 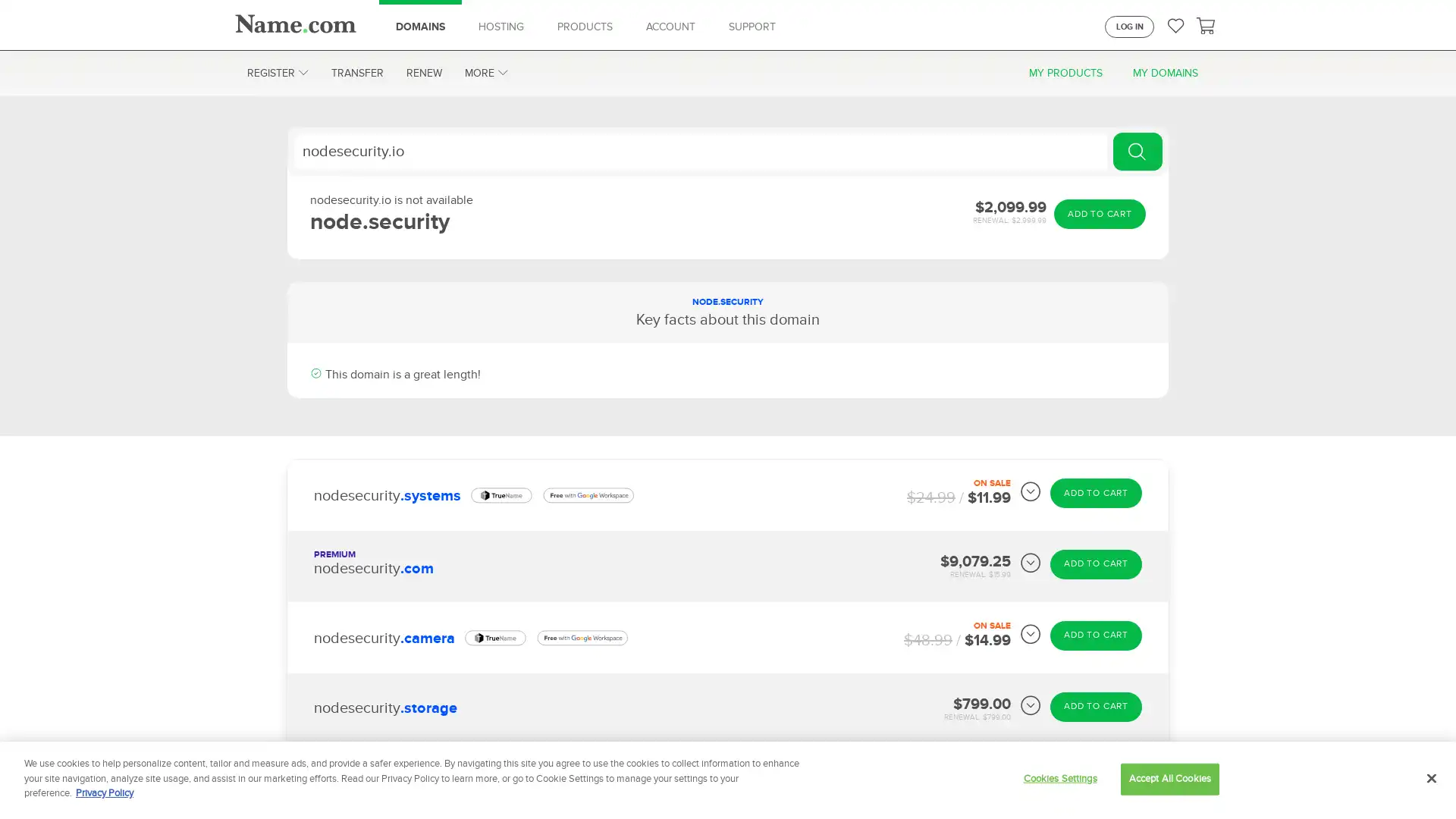 I want to click on Cookies Settings, so click(x=1059, y=778).